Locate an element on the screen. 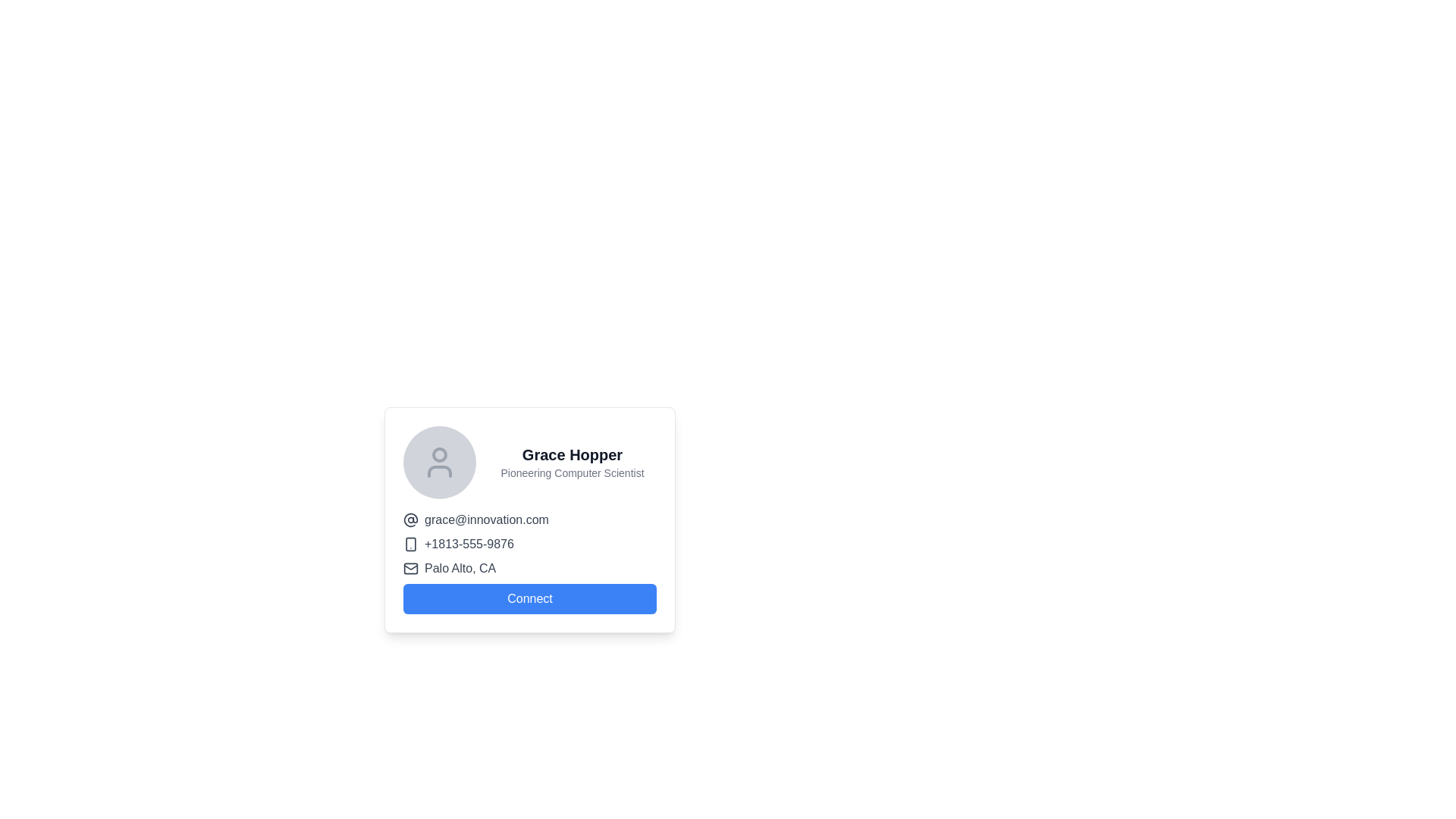 This screenshot has width=1456, height=819. the rectangular element representing the body of the envelope in the mail icon, located above the text 'Palo Alto, CA' is located at coordinates (411, 568).